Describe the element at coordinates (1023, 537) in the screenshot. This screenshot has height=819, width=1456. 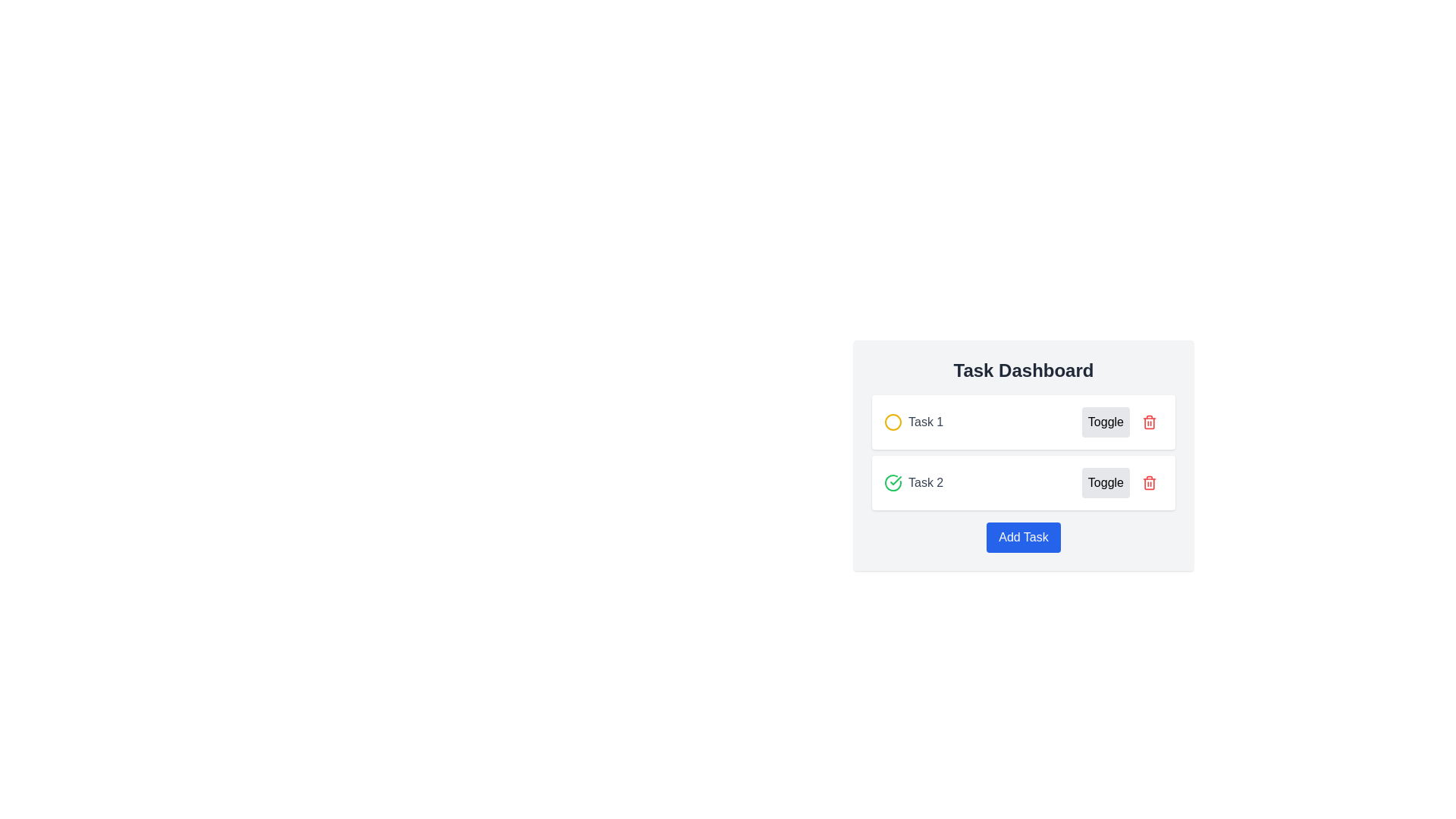
I see `the 'Add Task' button located at the bottom of the 'Task Dashboard'` at that location.